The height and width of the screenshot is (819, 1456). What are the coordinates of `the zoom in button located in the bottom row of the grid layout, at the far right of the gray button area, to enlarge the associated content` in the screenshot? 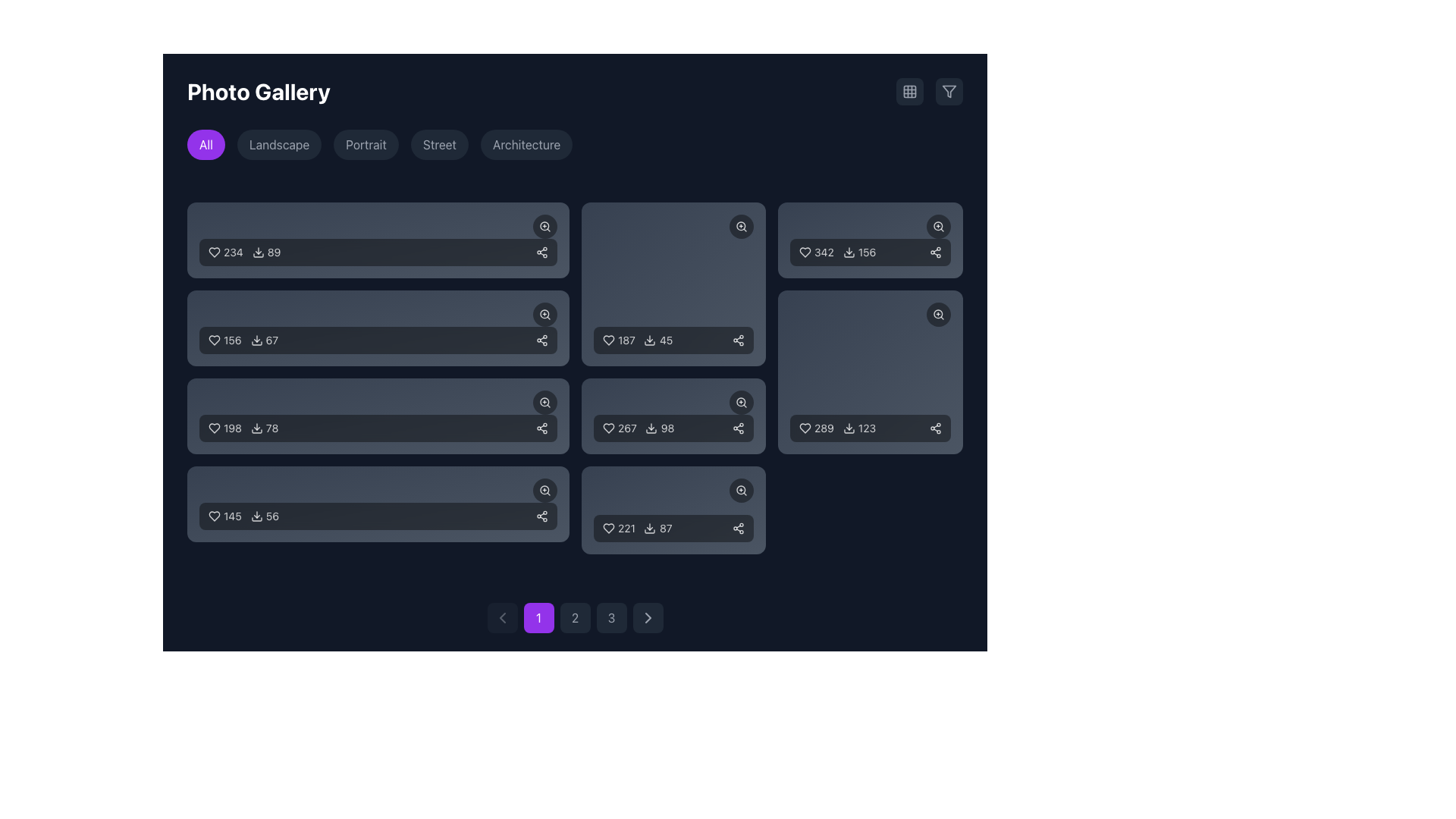 It's located at (544, 491).